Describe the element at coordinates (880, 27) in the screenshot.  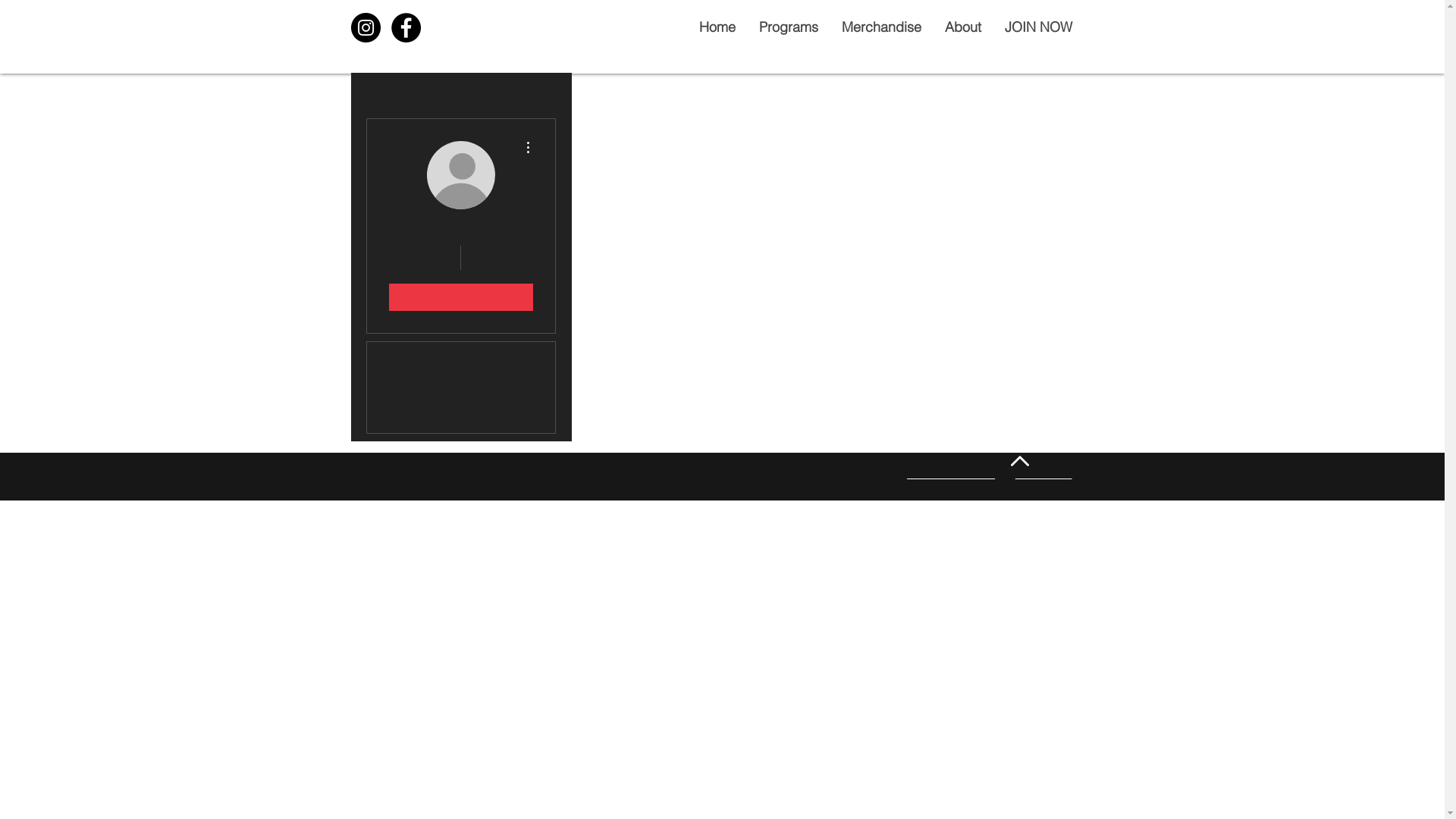
I see `'Merchandise'` at that location.